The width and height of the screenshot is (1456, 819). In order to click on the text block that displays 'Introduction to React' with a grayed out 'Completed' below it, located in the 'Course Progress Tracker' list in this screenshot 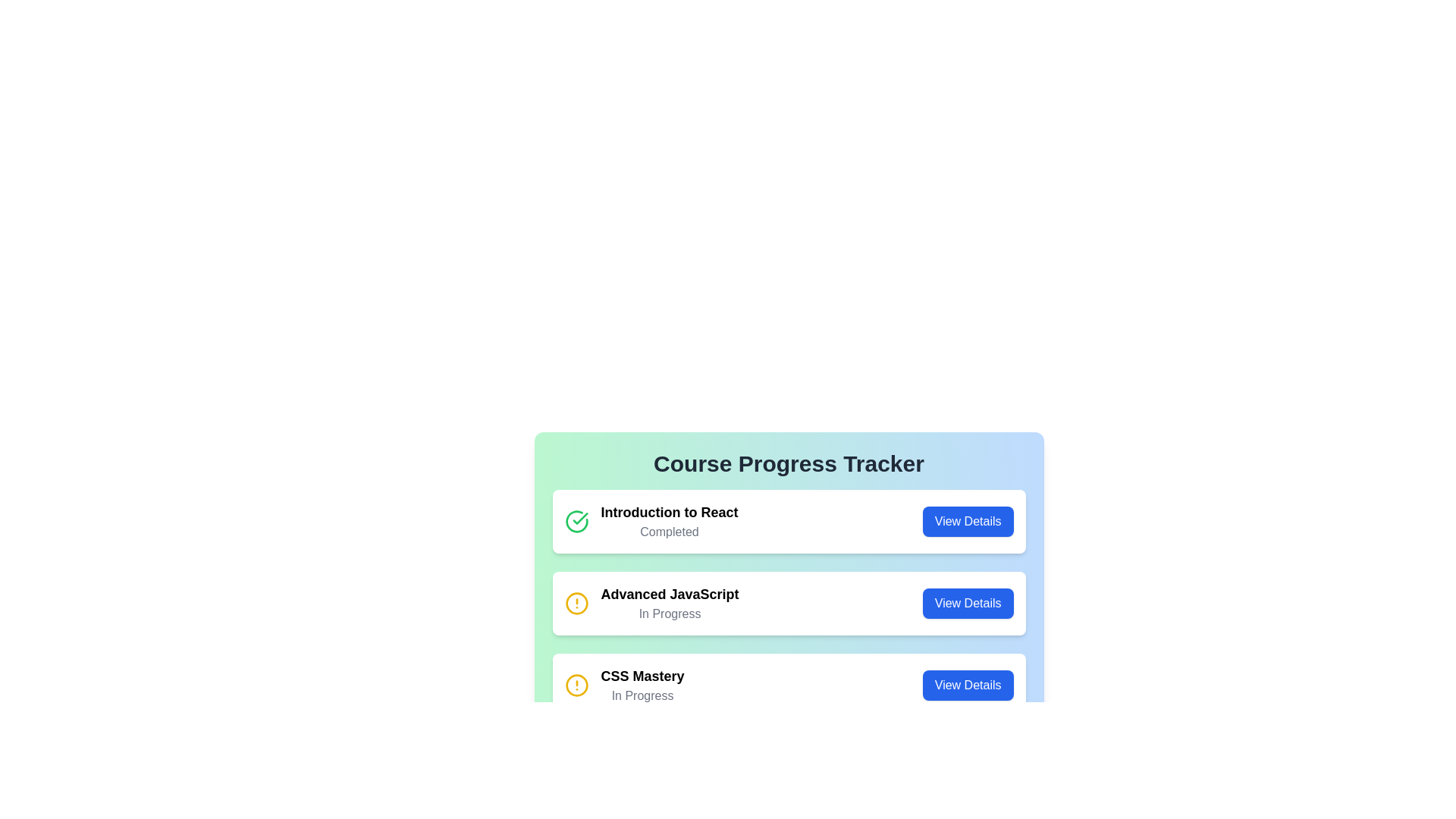, I will do `click(669, 520)`.